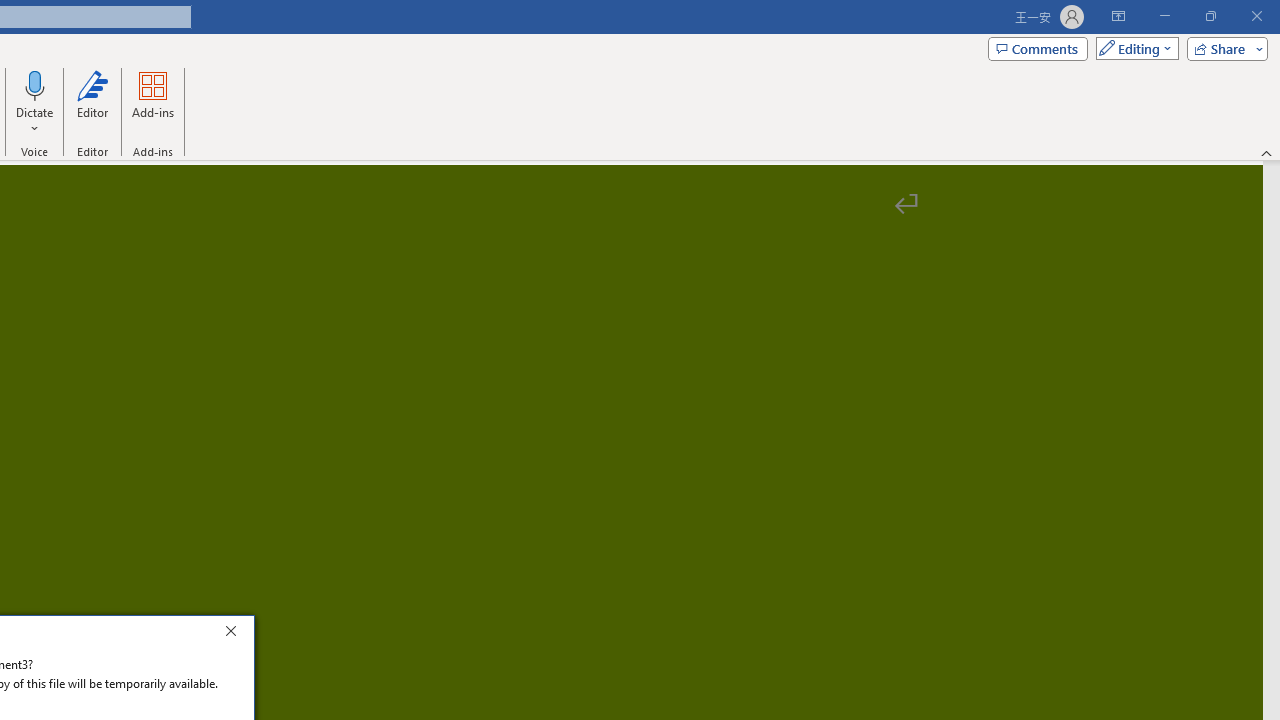  What do you see at coordinates (91, 103) in the screenshot?
I see `'Editor'` at bounding box center [91, 103].